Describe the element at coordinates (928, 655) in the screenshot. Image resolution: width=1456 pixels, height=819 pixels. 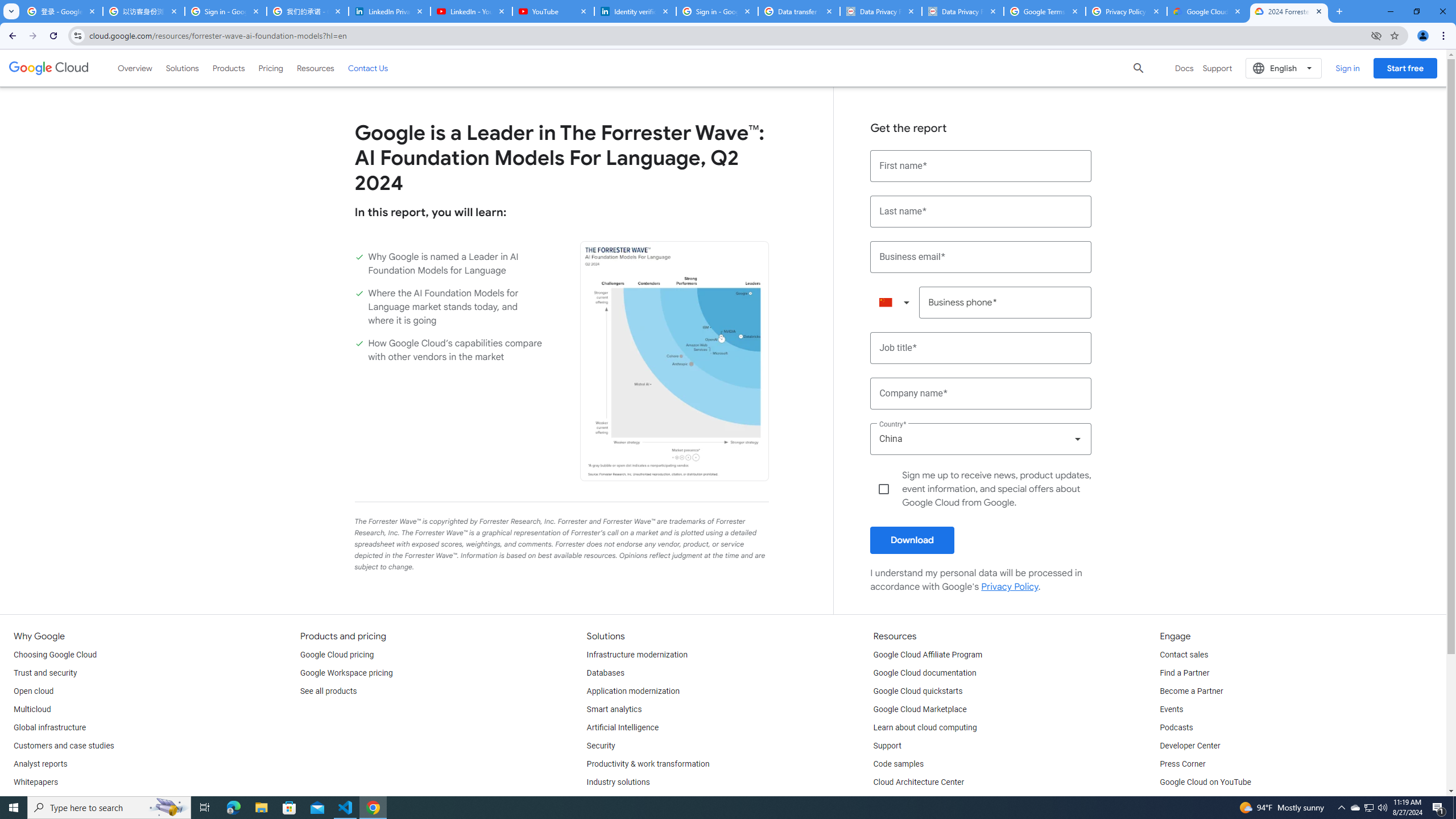
I see `'Google Cloud Affiliate Program'` at that location.